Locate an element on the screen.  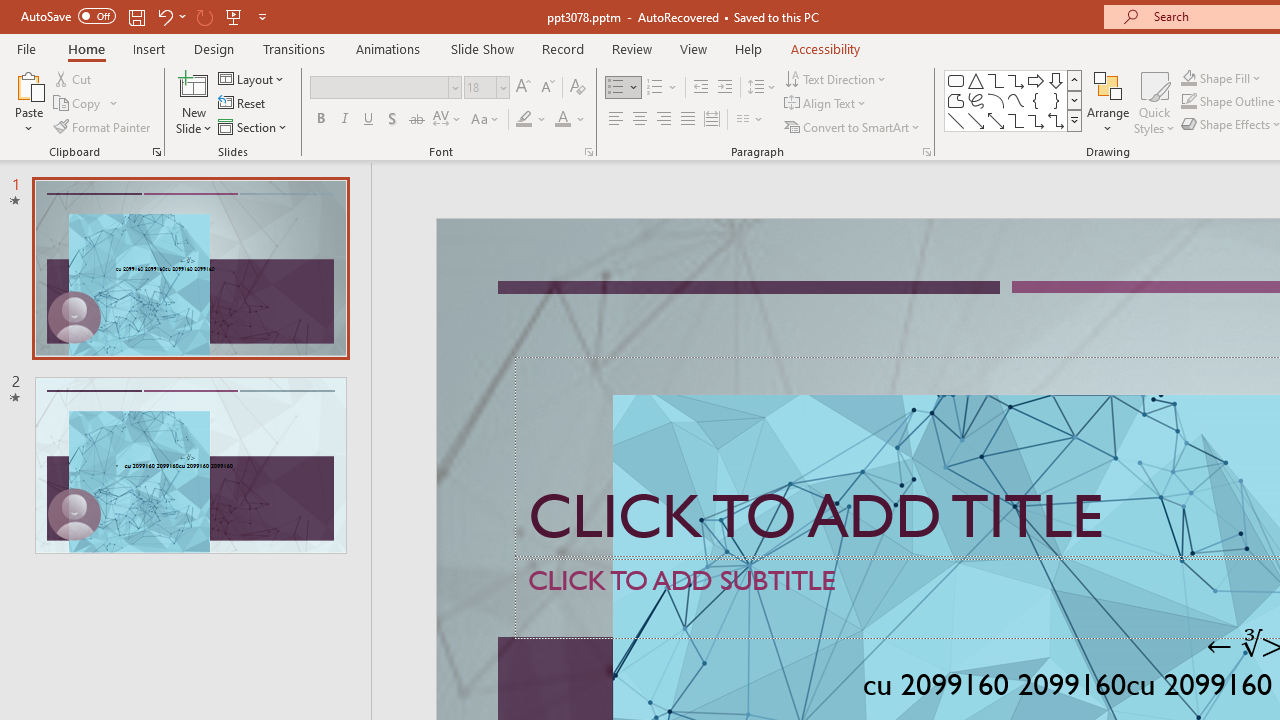
'AutomationID: ShapesInsertGallery' is located at coordinates (1014, 100).